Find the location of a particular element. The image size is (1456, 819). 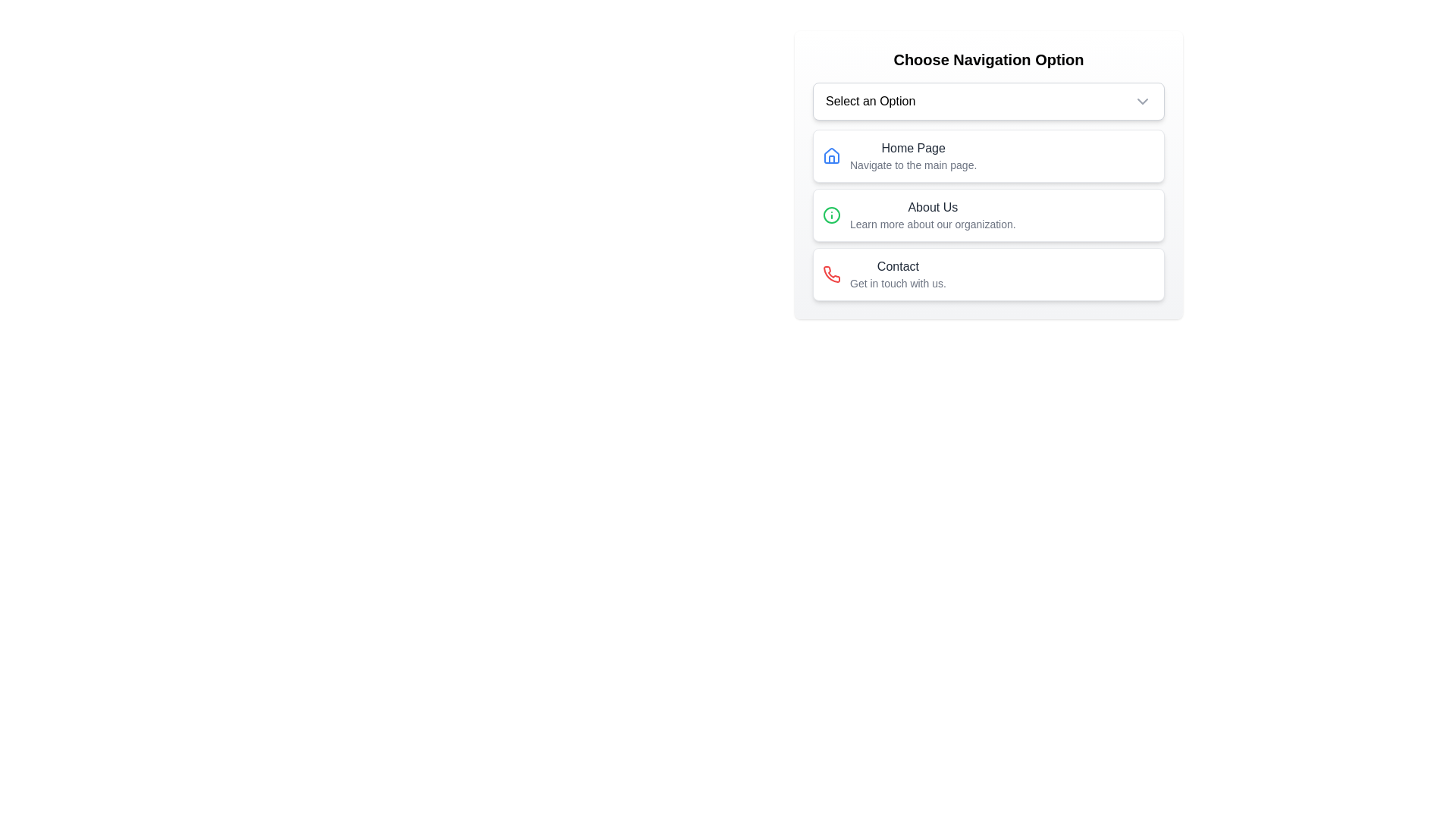

the compact green circular information icon located to the left of the 'About Us' label in the navigation menu is located at coordinates (831, 215).